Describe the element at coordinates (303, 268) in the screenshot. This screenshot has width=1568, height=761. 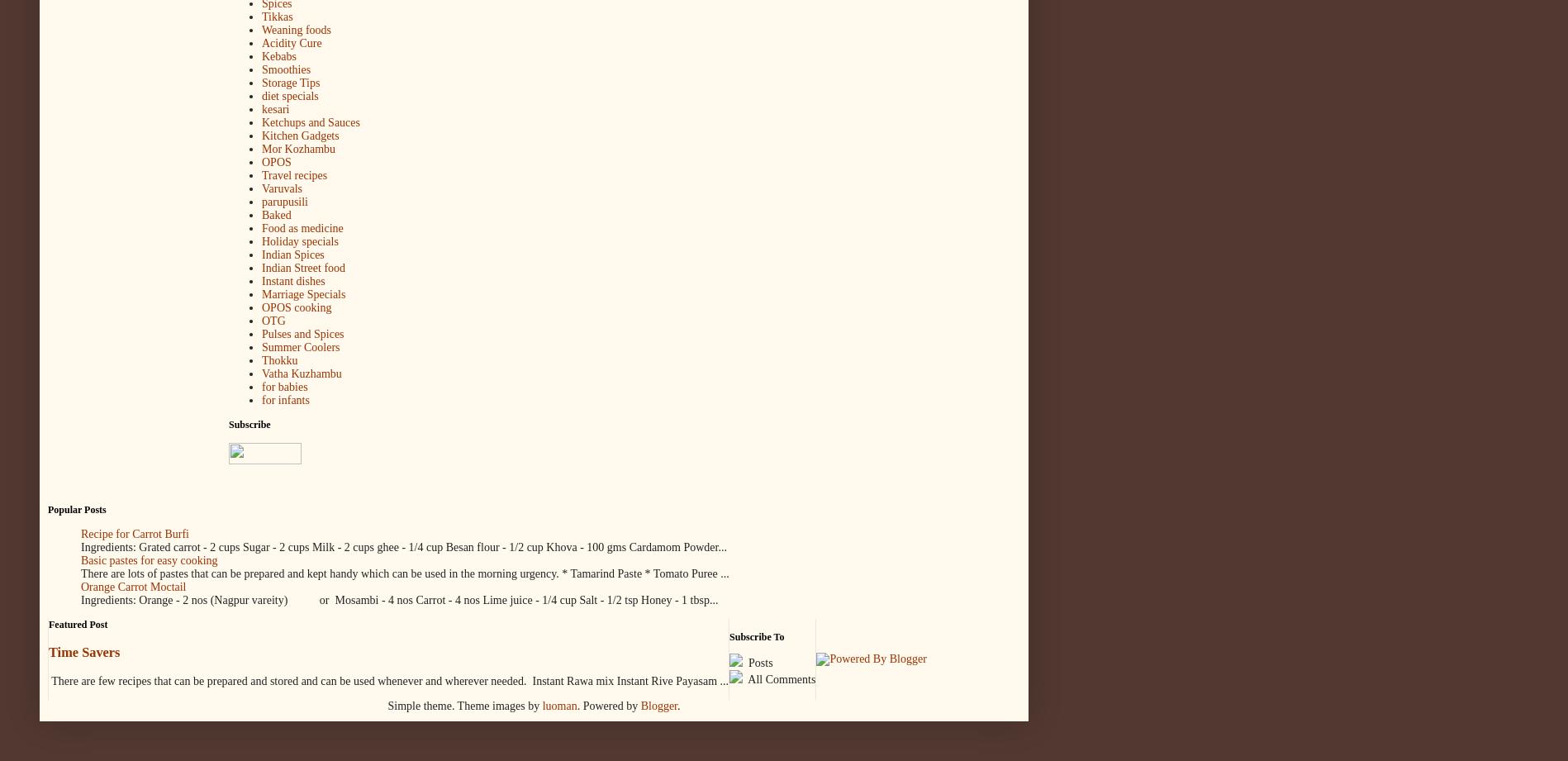
I see `'Indian Street food'` at that location.